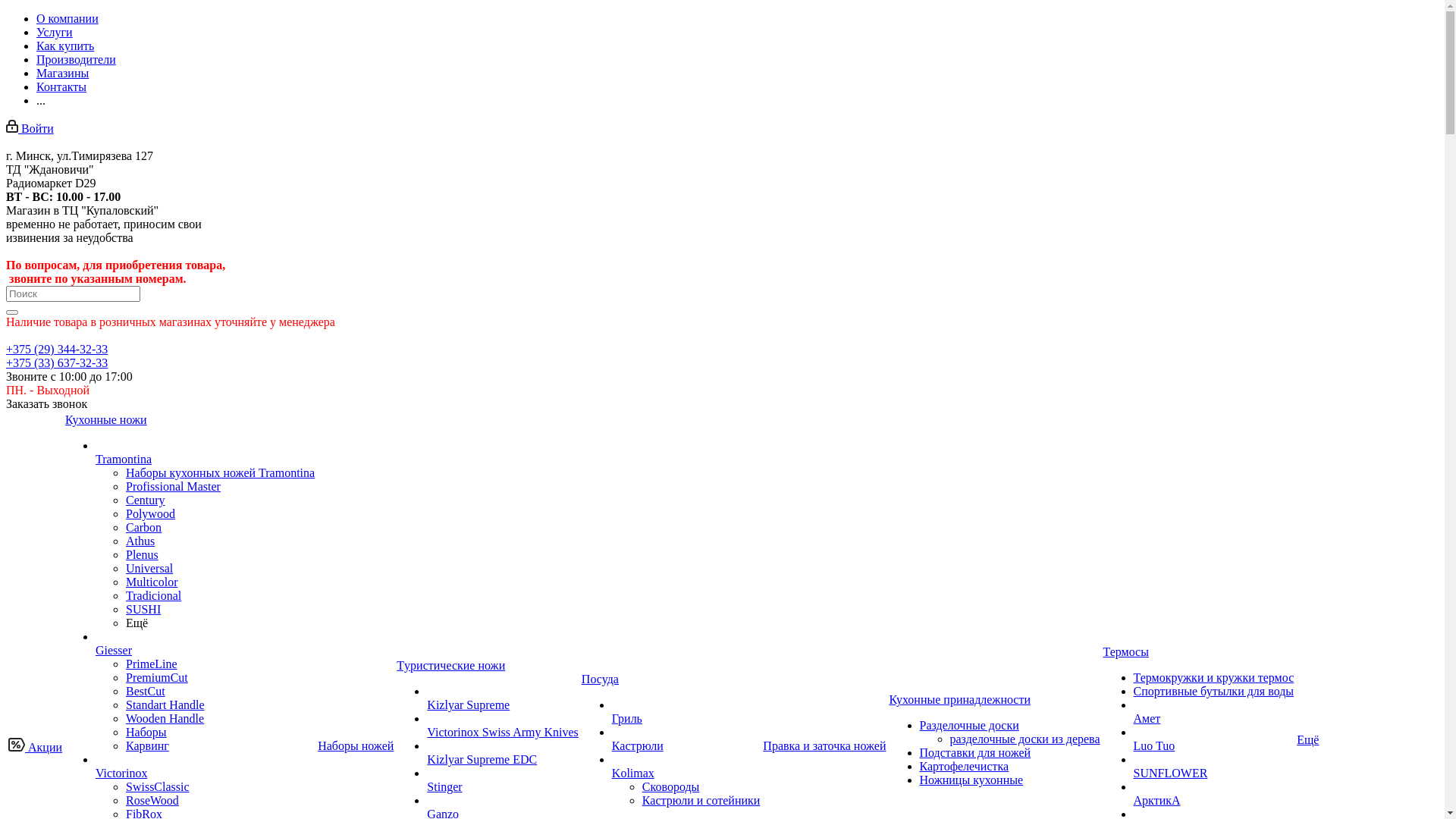 The image size is (1456, 819). Describe the element at coordinates (443, 786) in the screenshot. I see `'Stinger'` at that location.